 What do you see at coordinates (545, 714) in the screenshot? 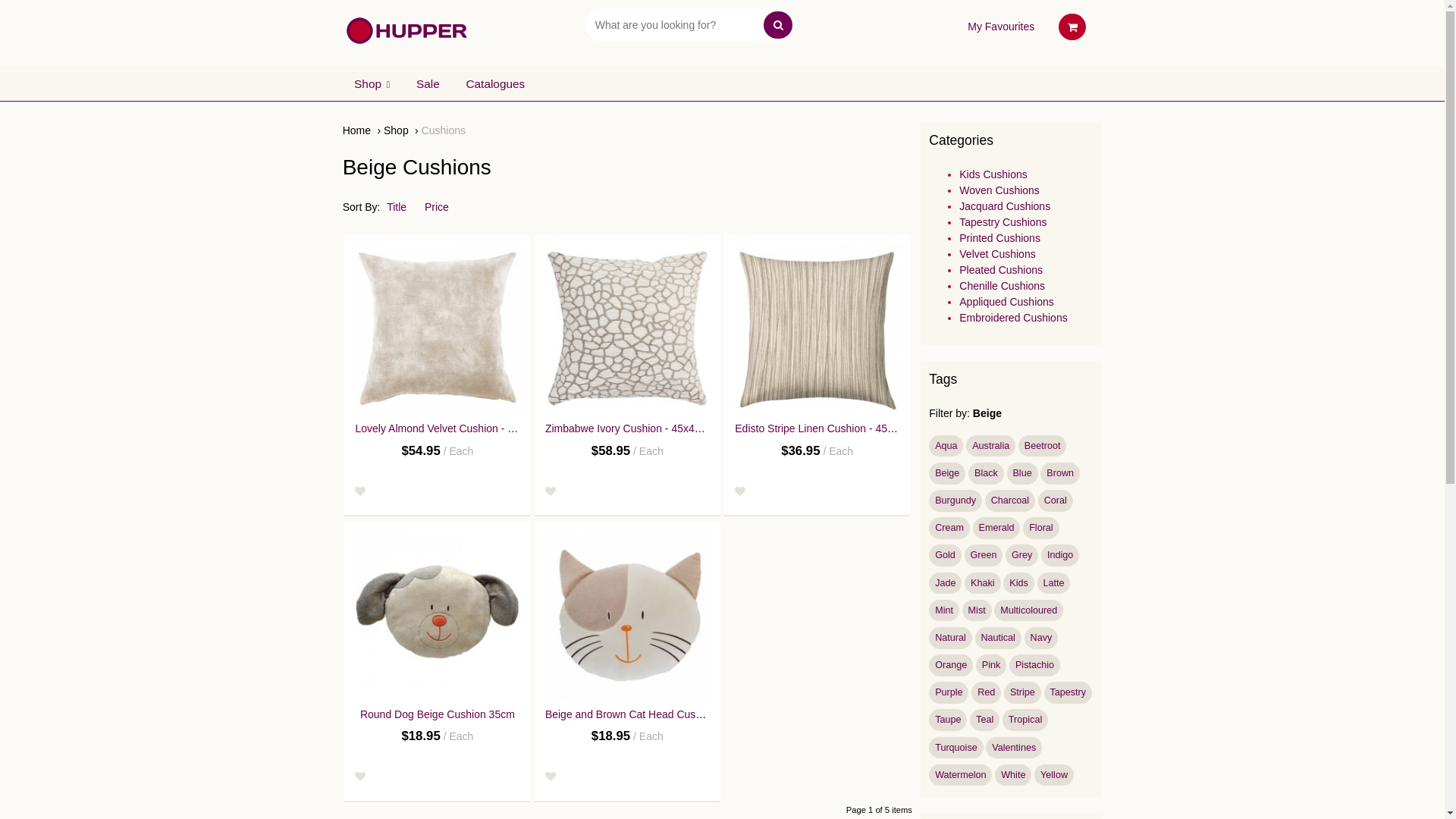
I see `'Beige and Brown Cat Head Cushion 35cm'` at bounding box center [545, 714].